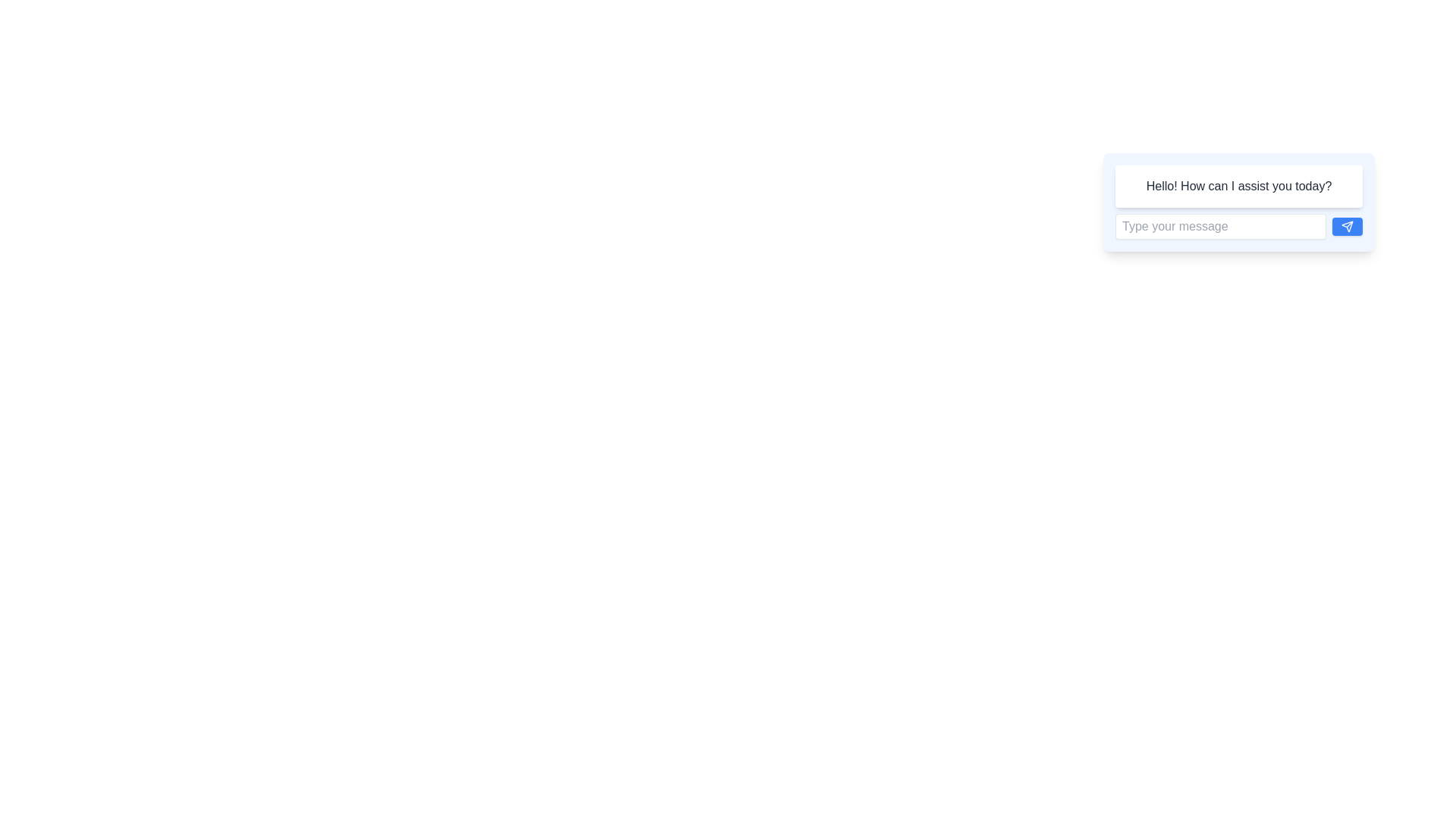  Describe the element at coordinates (1347, 227) in the screenshot. I see `the send icon, which resembles an arrow or paper airplane with a blue background and white stroke` at that location.